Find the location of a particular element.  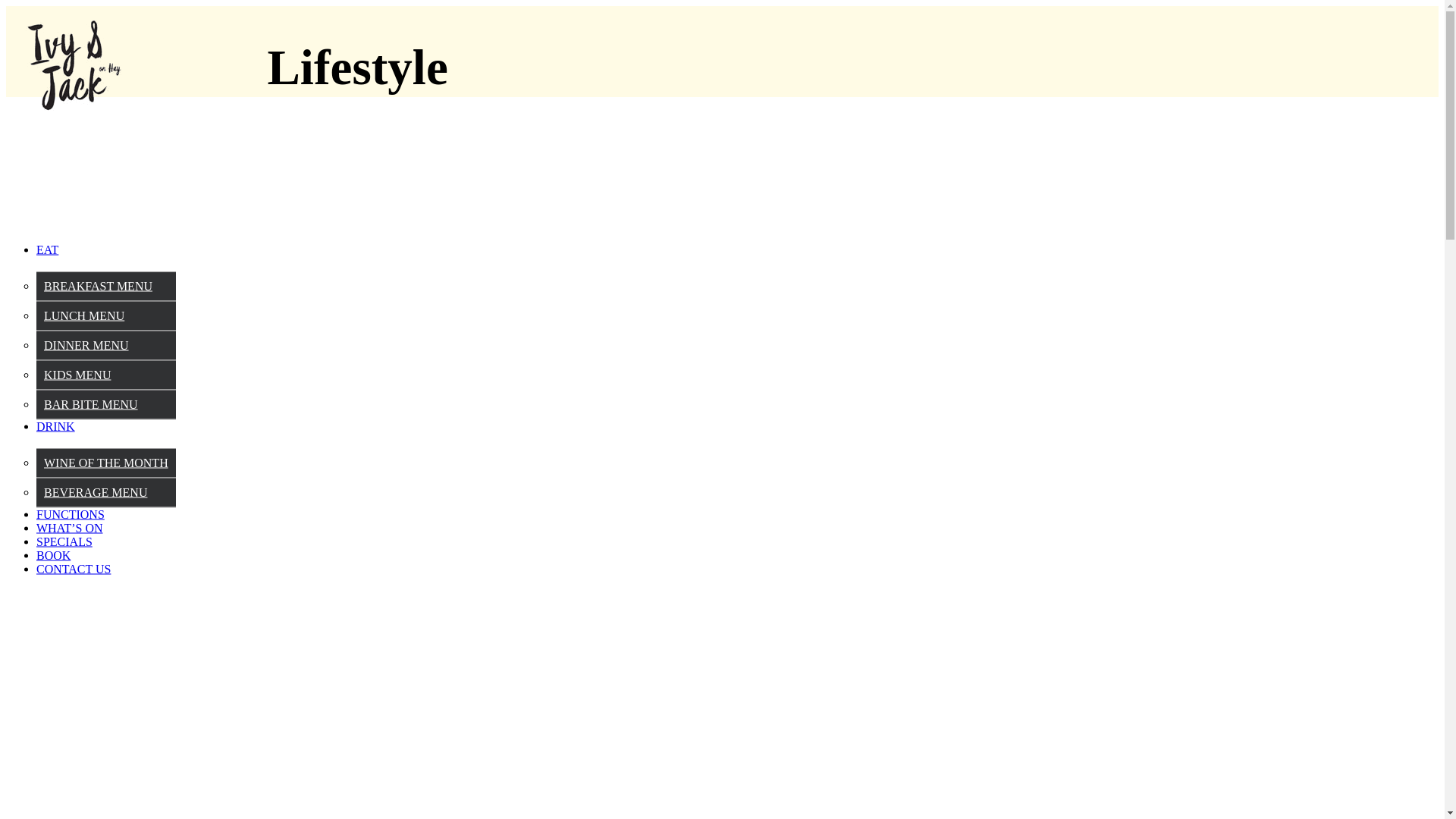

'BEVERAGE MENU' is located at coordinates (43, 491).